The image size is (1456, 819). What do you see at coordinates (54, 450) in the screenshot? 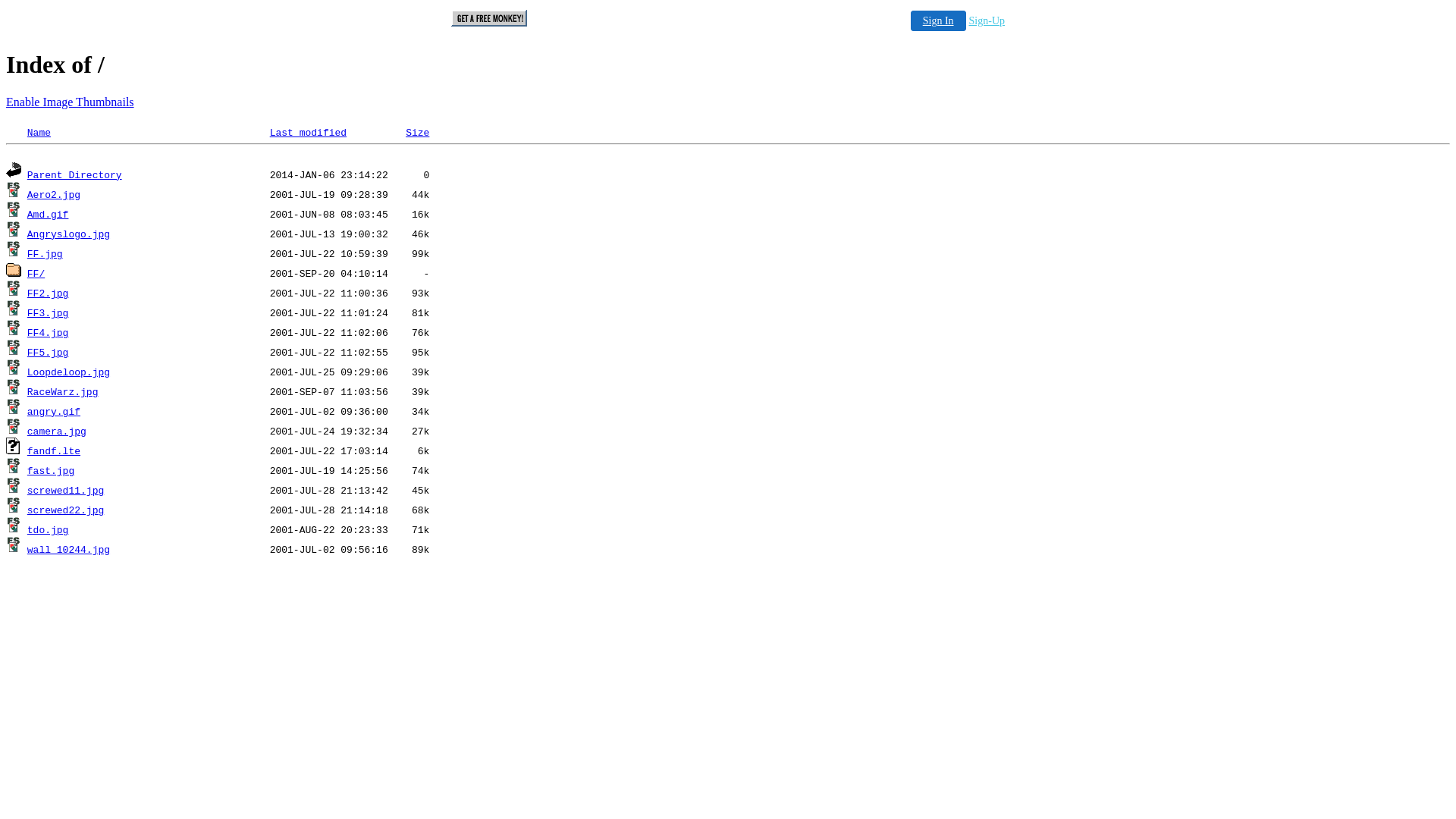
I see `'fandf.lte'` at bounding box center [54, 450].